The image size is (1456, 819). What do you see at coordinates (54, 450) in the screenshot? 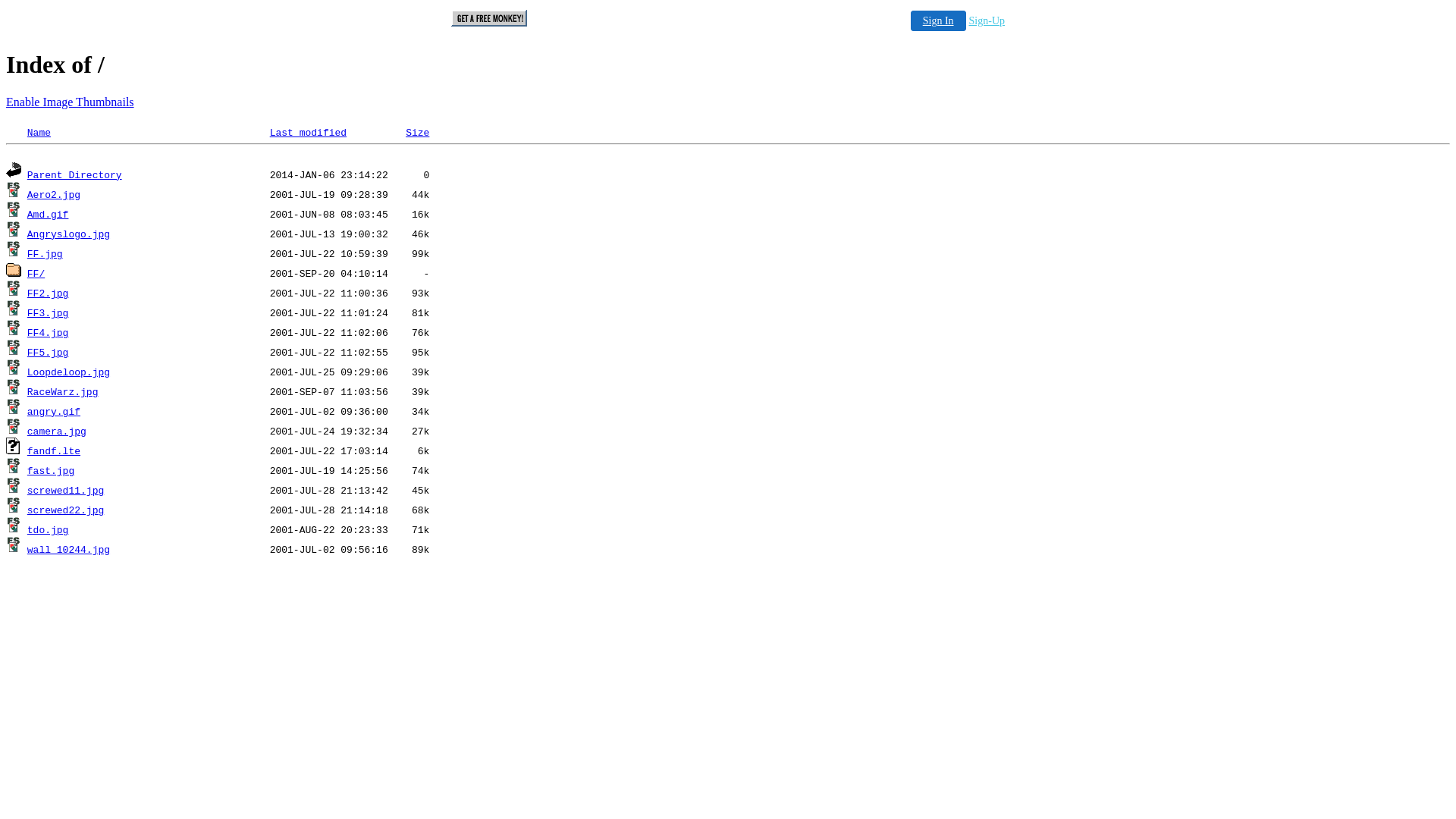
I see `'fandf.lte'` at bounding box center [54, 450].